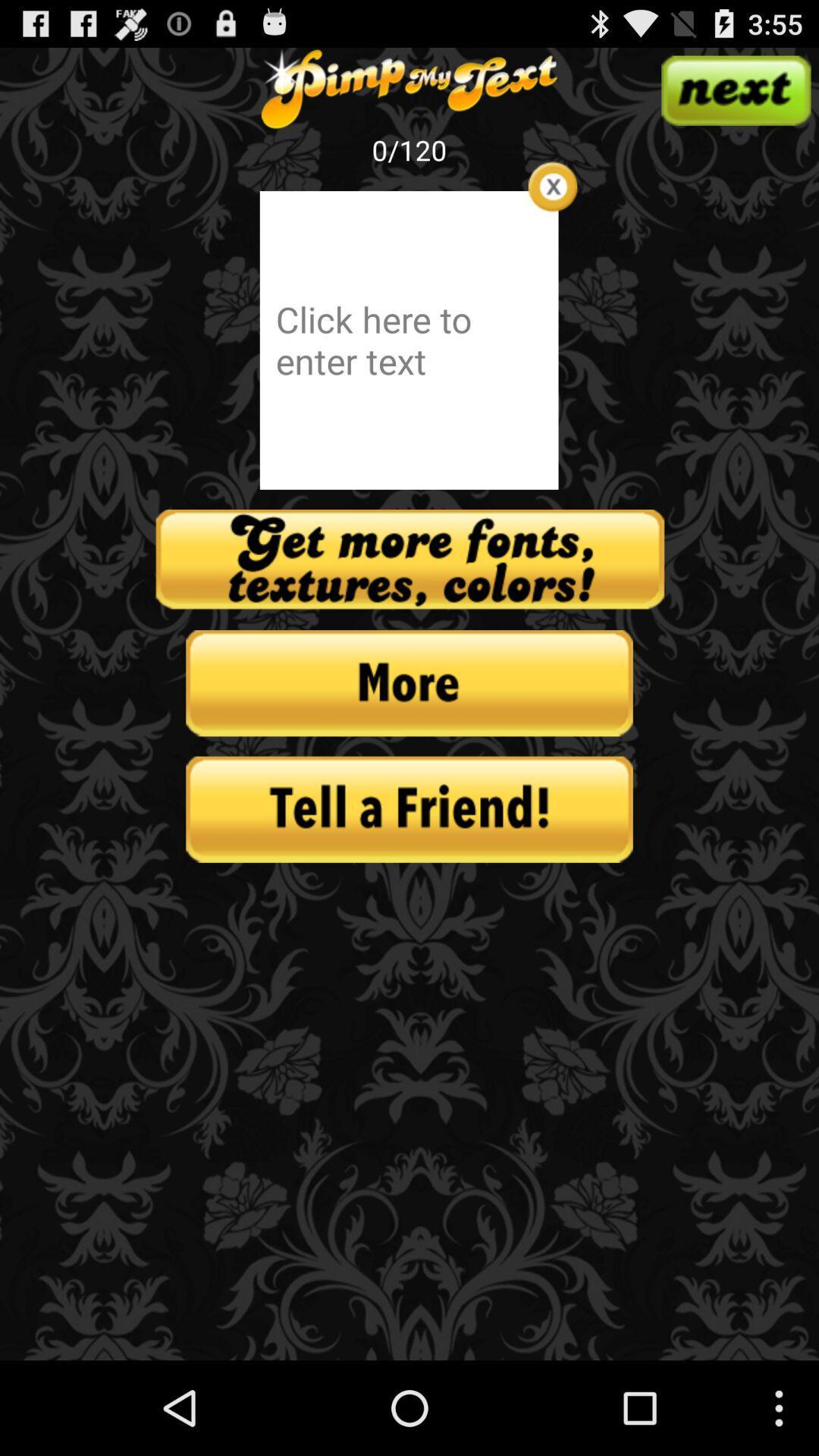 The image size is (819, 1456). I want to click on textures colors, so click(409, 559).